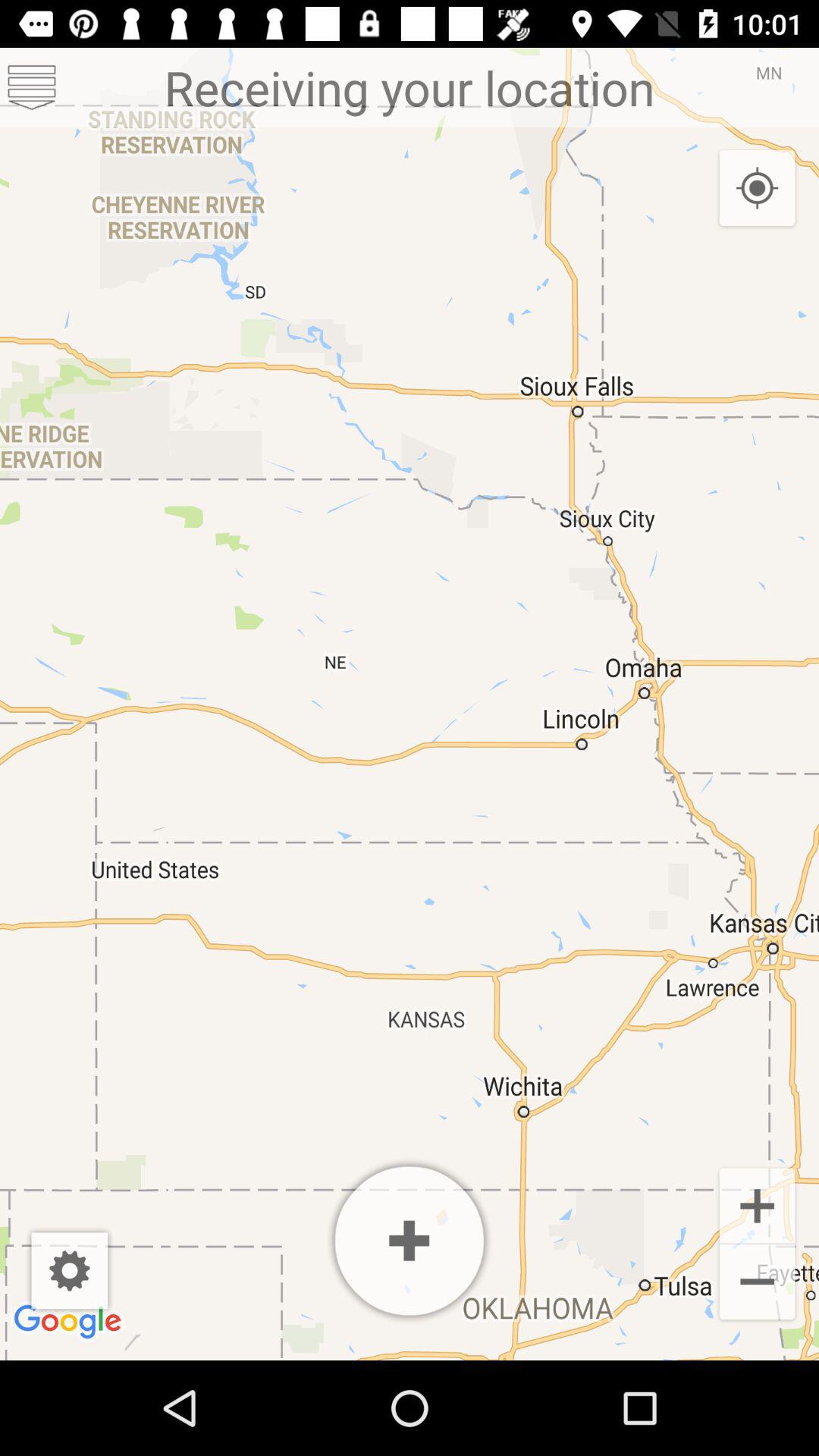 The image size is (819, 1456). Describe the element at coordinates (757, 188) in the screenshot. I see `the location_crosshair icon` at that location.